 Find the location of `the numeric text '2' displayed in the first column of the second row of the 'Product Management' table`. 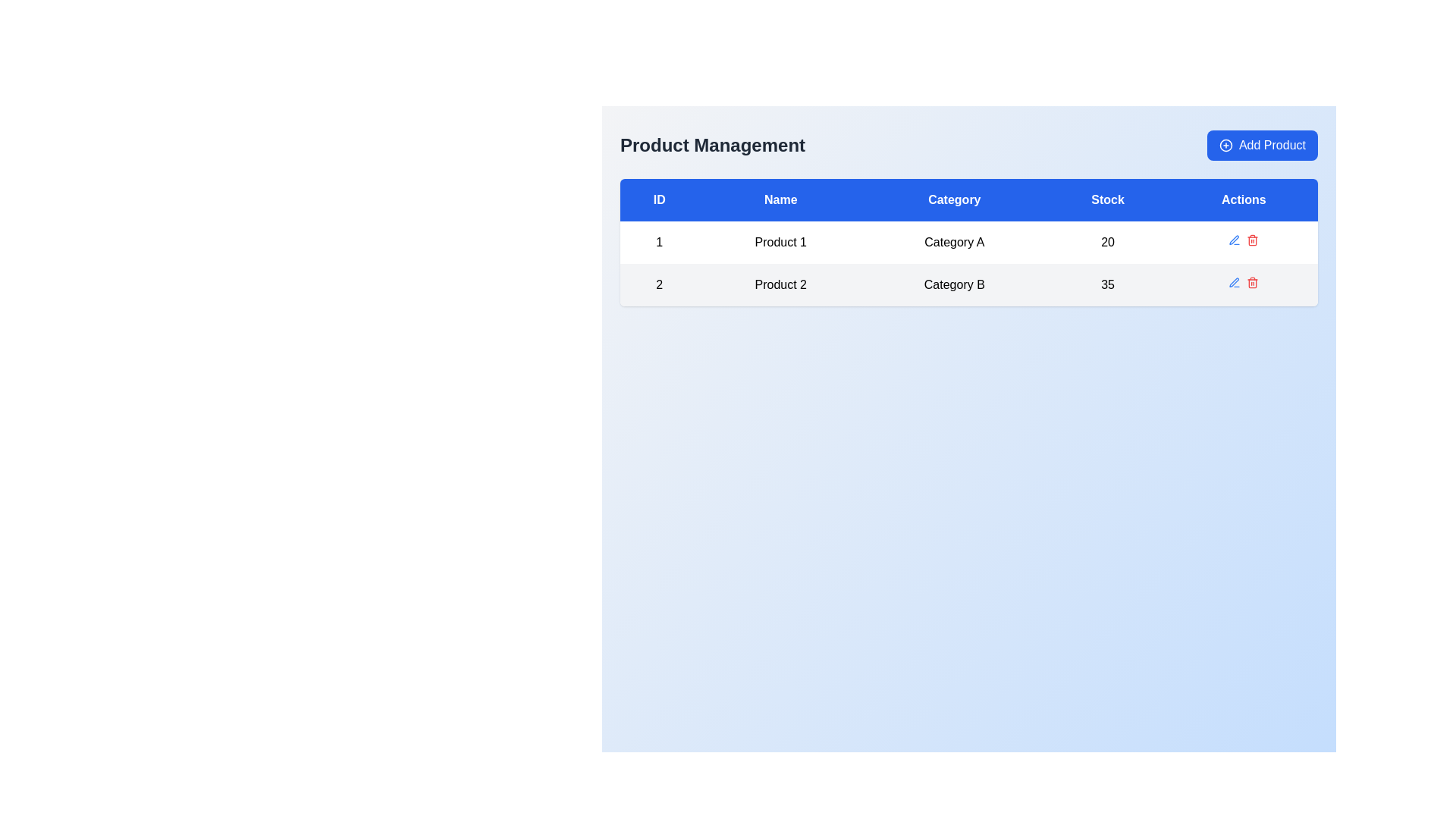

the numeric text '2' displayed in the first column of the second row of the 'Product Management' table is located at coordinates (659, 284).